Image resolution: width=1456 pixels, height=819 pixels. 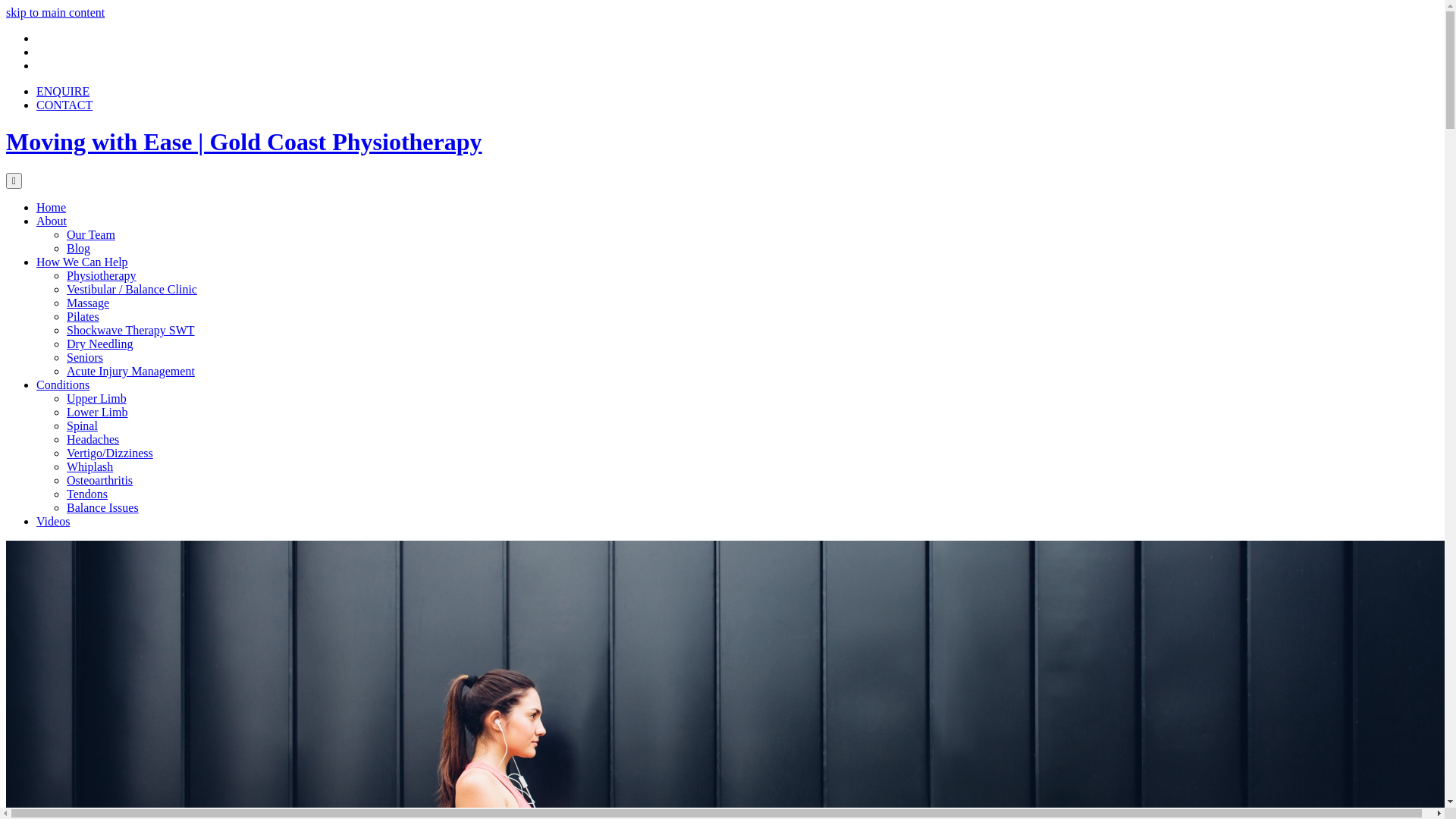 What do you see at coordinates (36, 207) in the screenshot?
I see `'Home'` at bounding box center [36, 207].